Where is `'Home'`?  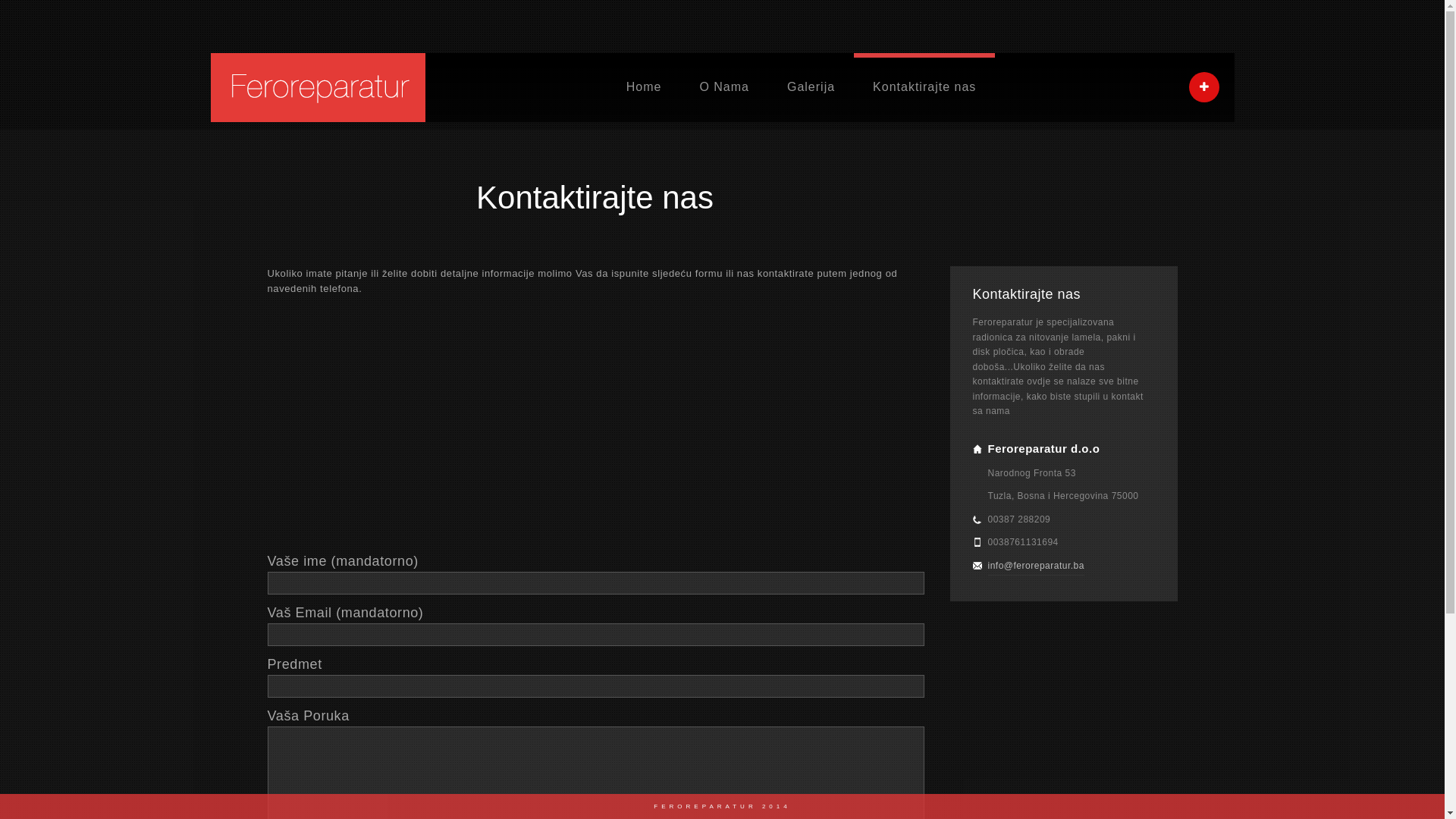
'Home' is located at coordinates (644, 87).